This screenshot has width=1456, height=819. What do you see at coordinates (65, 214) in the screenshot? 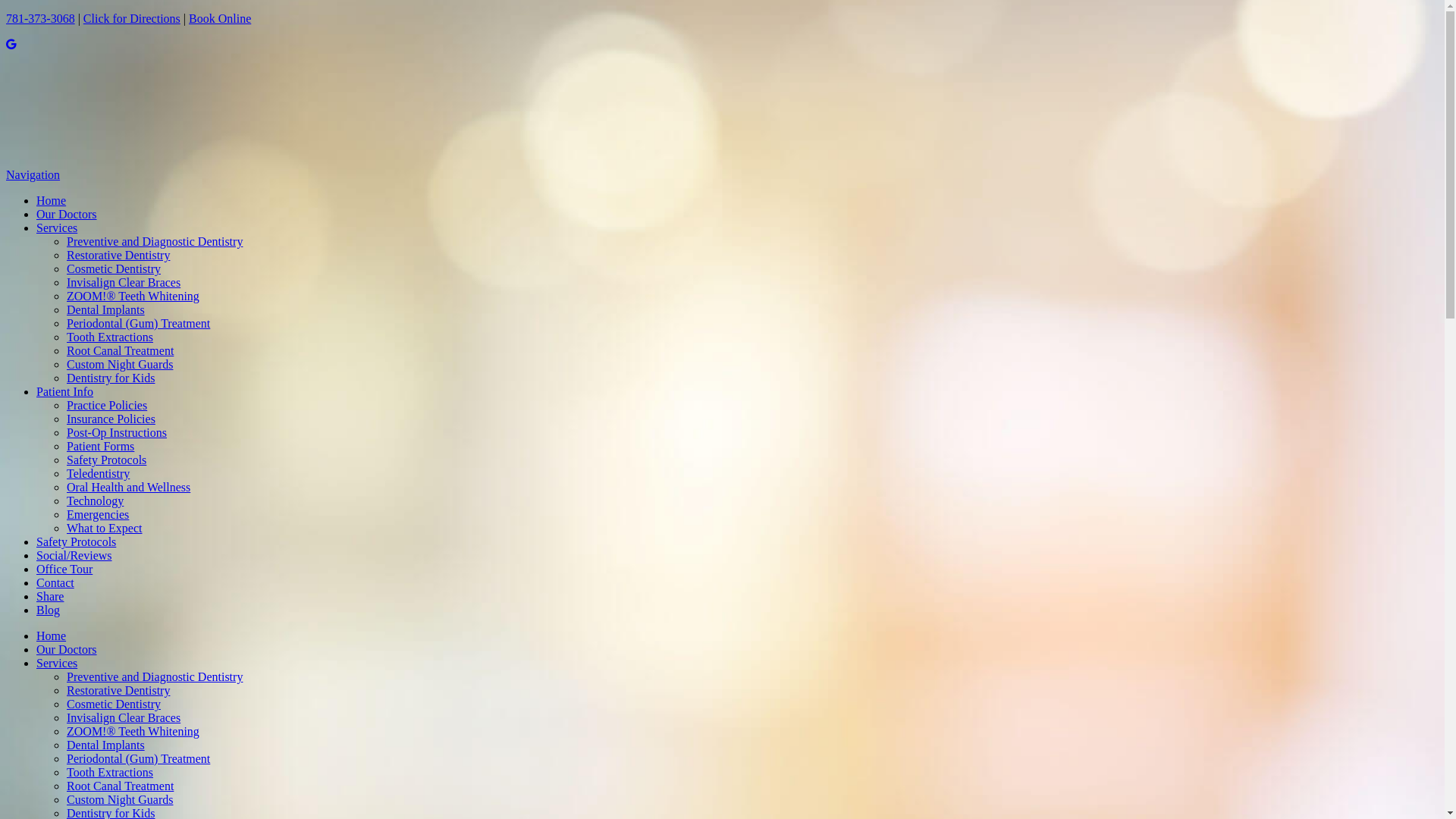
I see `'Our Doctors'` at bounding box center [65, 214].